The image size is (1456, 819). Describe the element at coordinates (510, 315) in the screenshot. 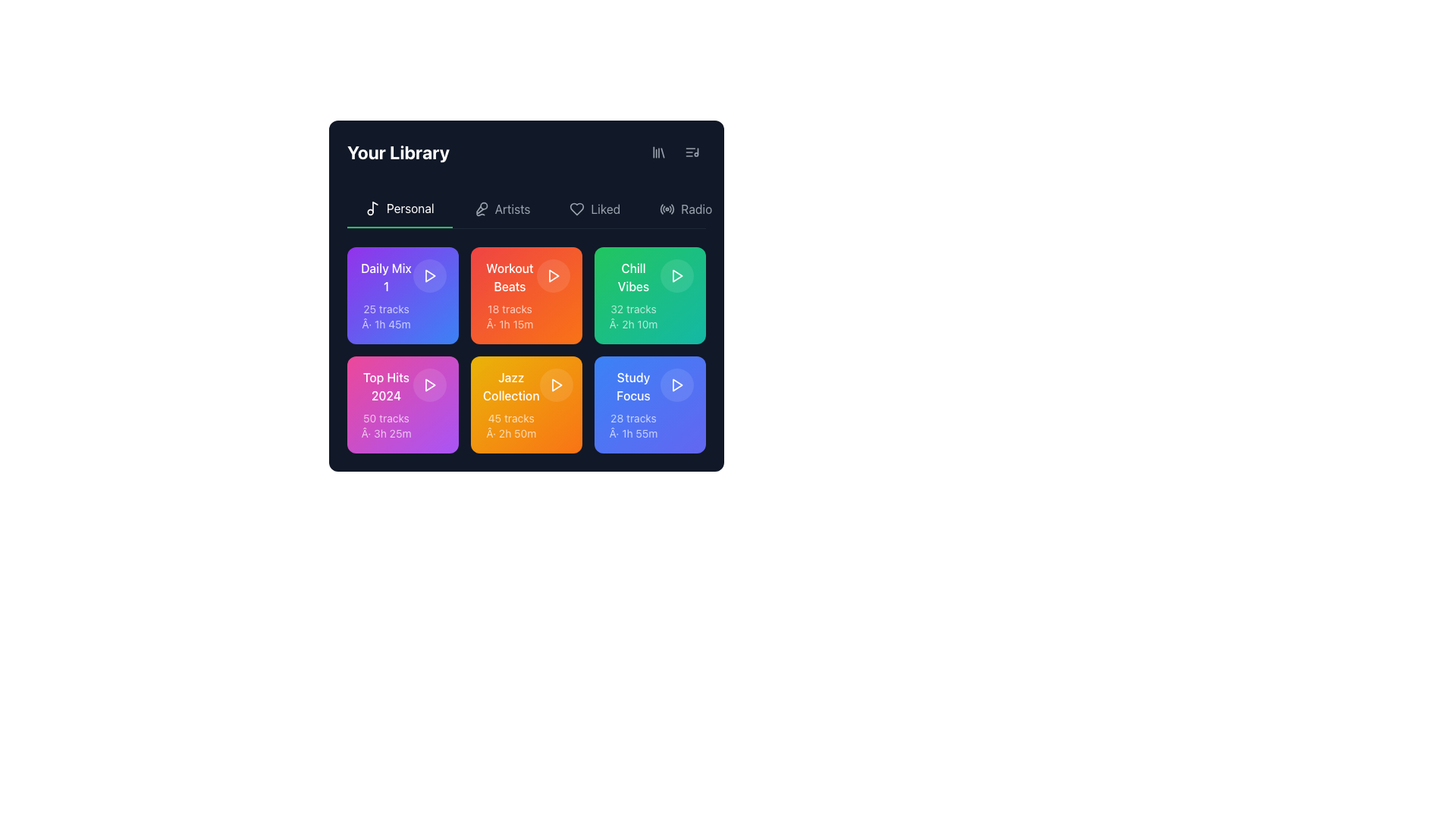

I see `the text label displaying '18 tracks · 1h 15m' which is located beneath the title 'Workout Beats' in the orange block` at that location.